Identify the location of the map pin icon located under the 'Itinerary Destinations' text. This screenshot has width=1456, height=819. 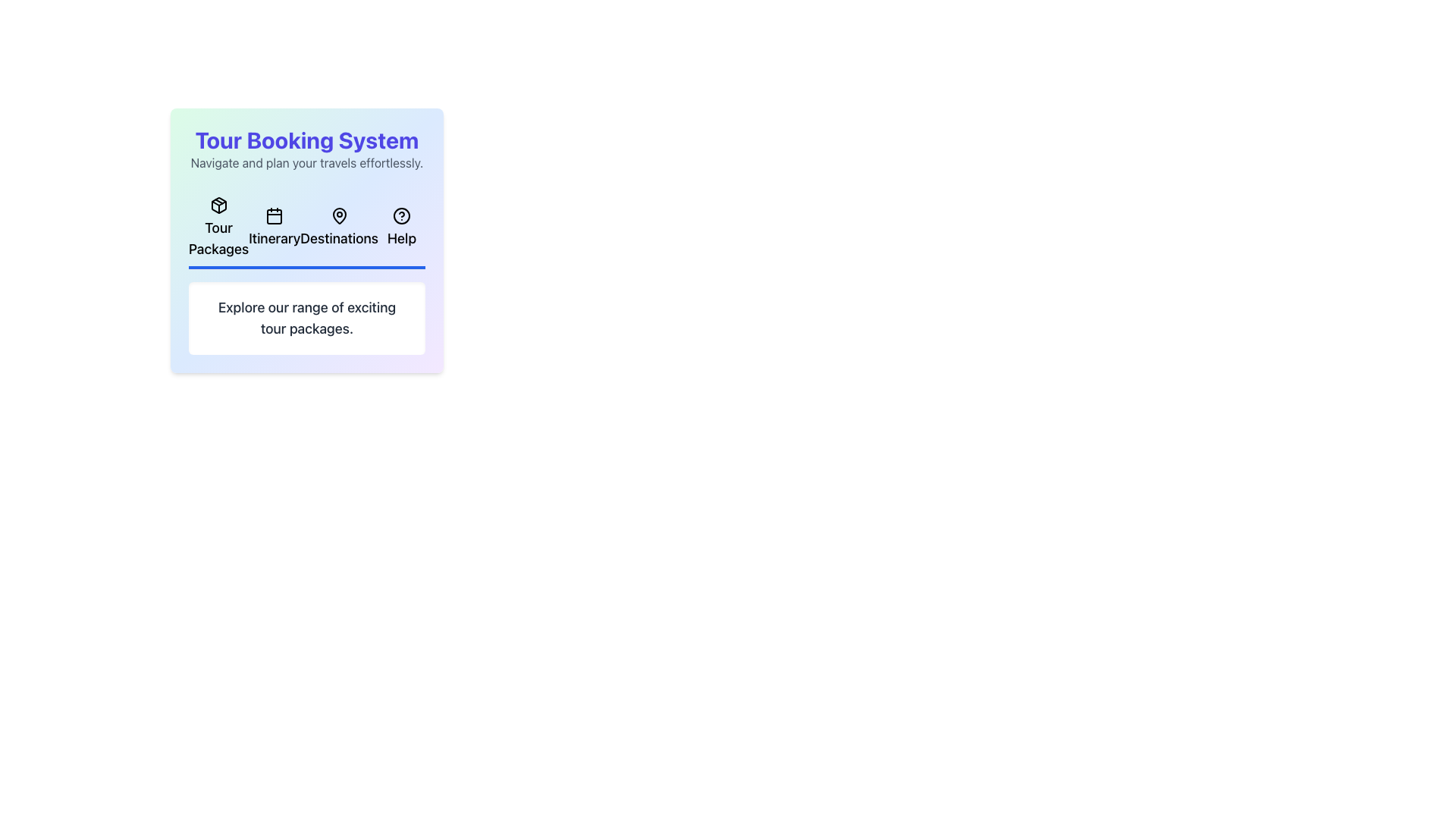
(338, 216).